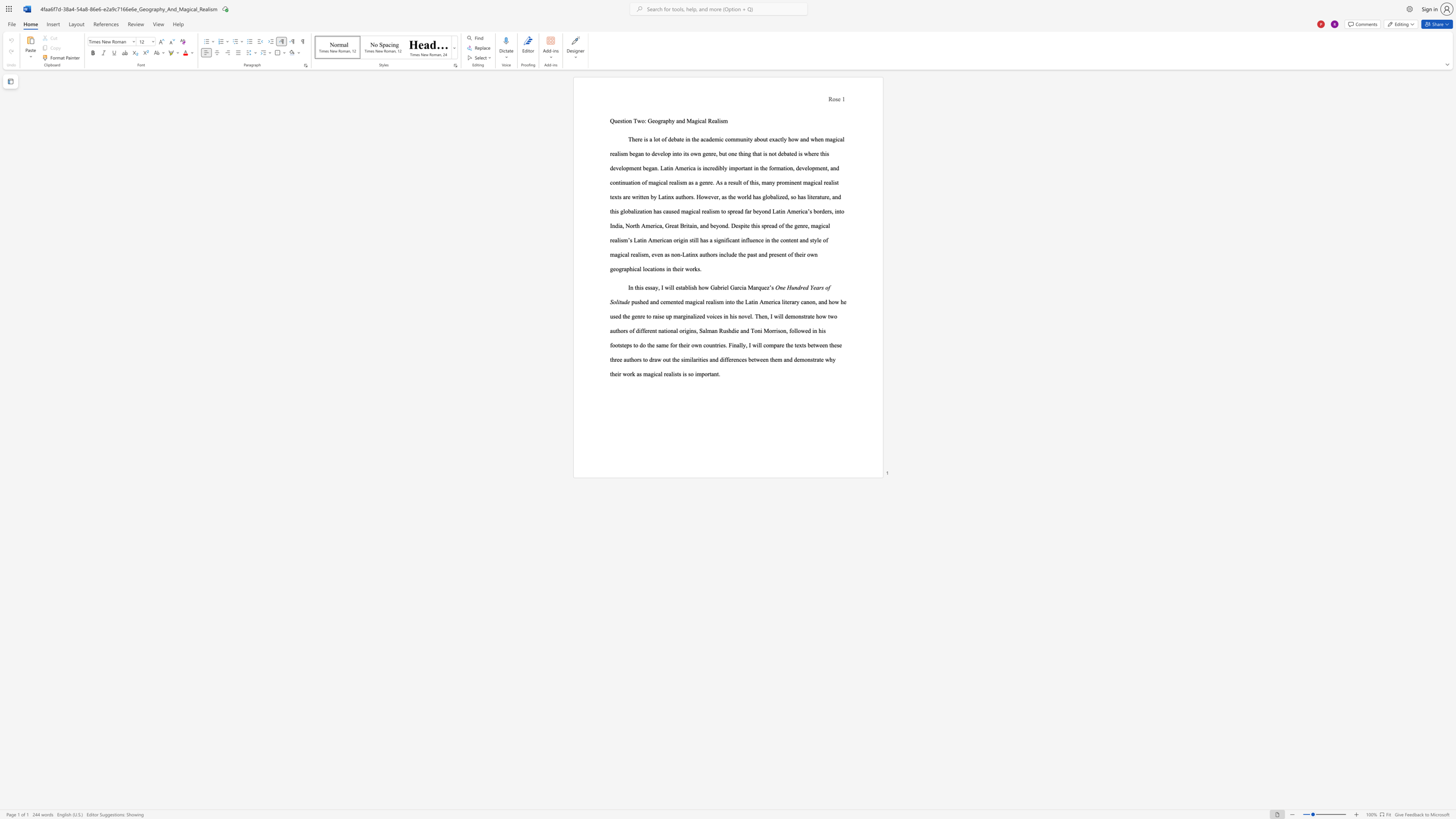  I want to click on the subset text "ud" within the text "One Hundred Years of Solitude", so click(621, 302).